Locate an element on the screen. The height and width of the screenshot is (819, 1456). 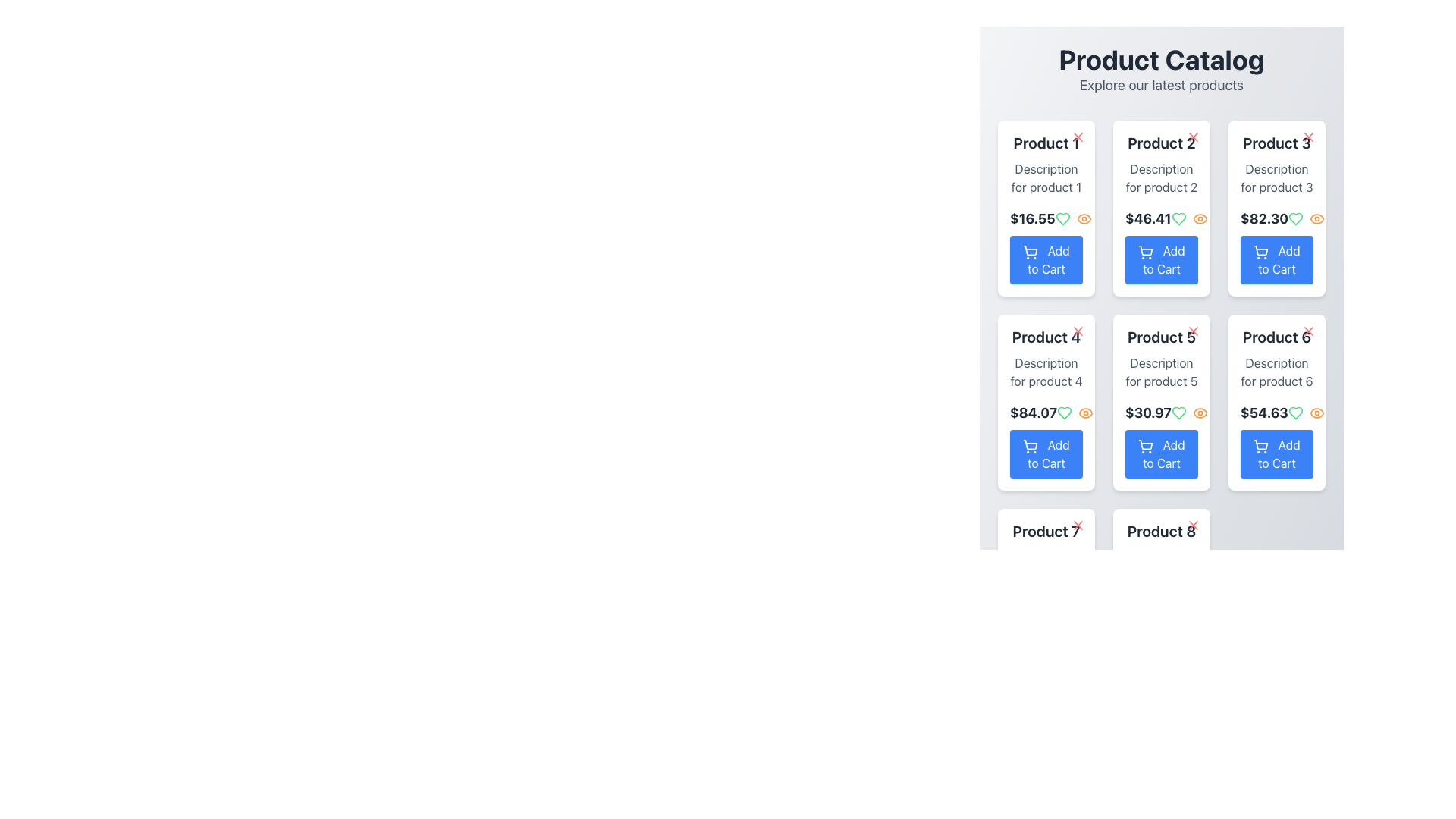
the eye icon on the first product card in the catalog is located at coordinates (1046, 208).